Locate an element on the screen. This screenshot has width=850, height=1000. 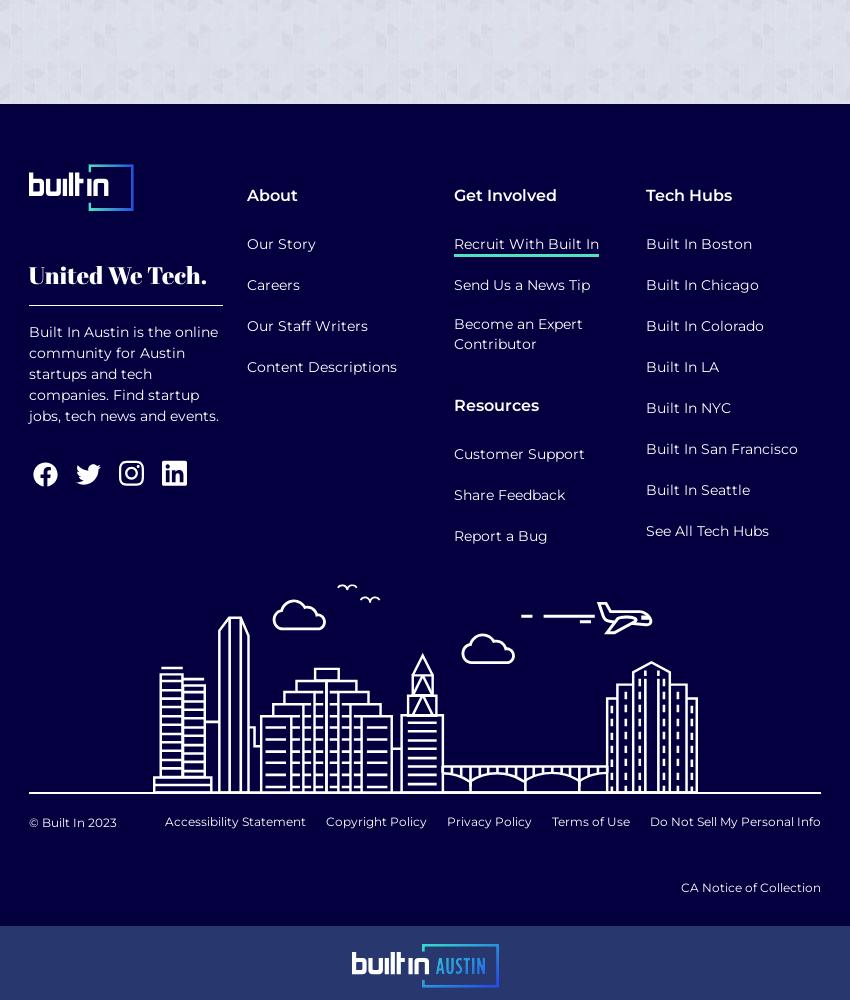
'Terms of Use' is located at coordinates (591, 820).